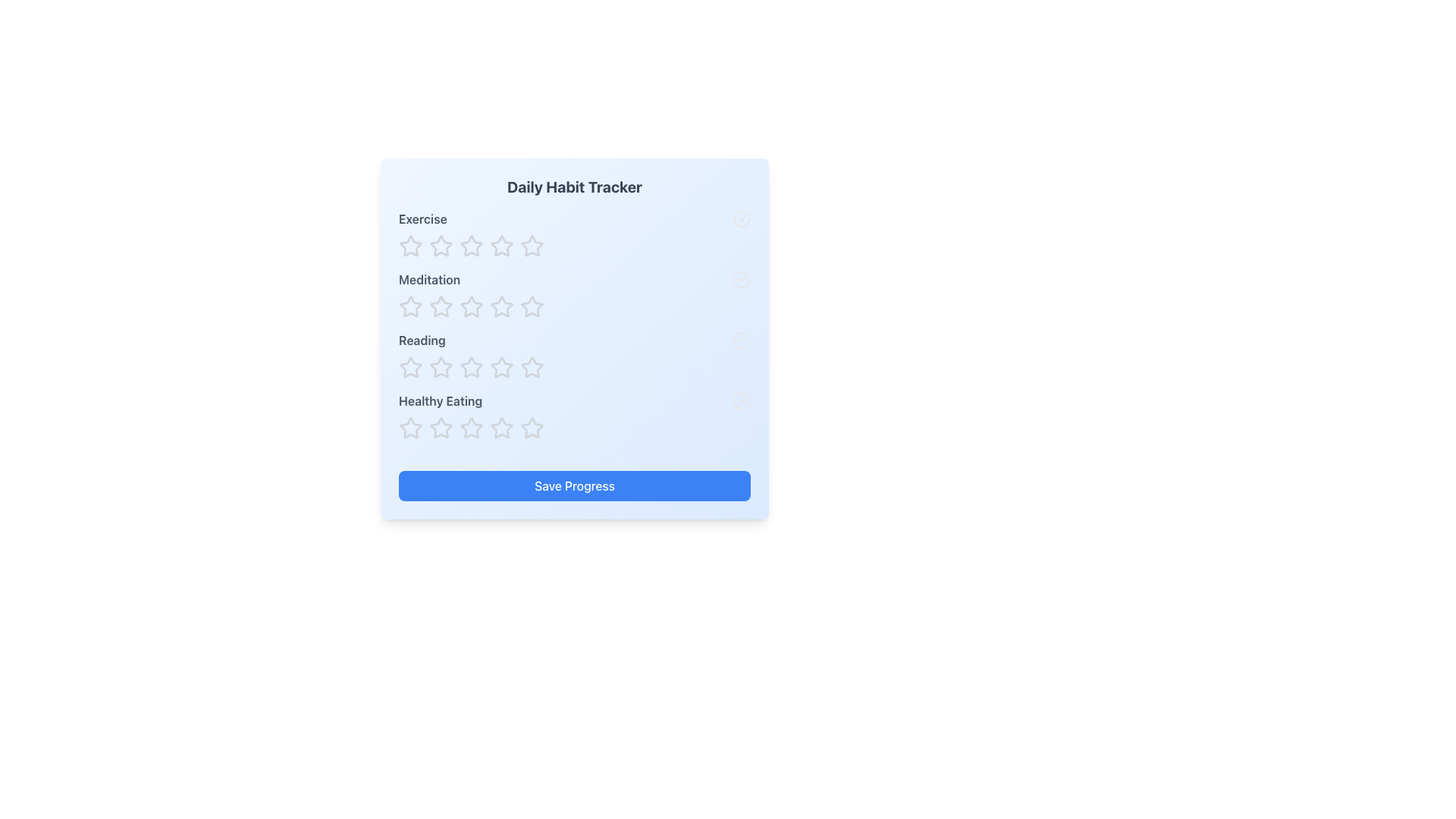 The width and height of the screenshot is (1456, 819). Describe the element at coordinates (532, 428) in the screenshot. I see `the fifth Rating Star Icon with a hollow gray outline in the 'Healthy Eating' rating row` at that location.